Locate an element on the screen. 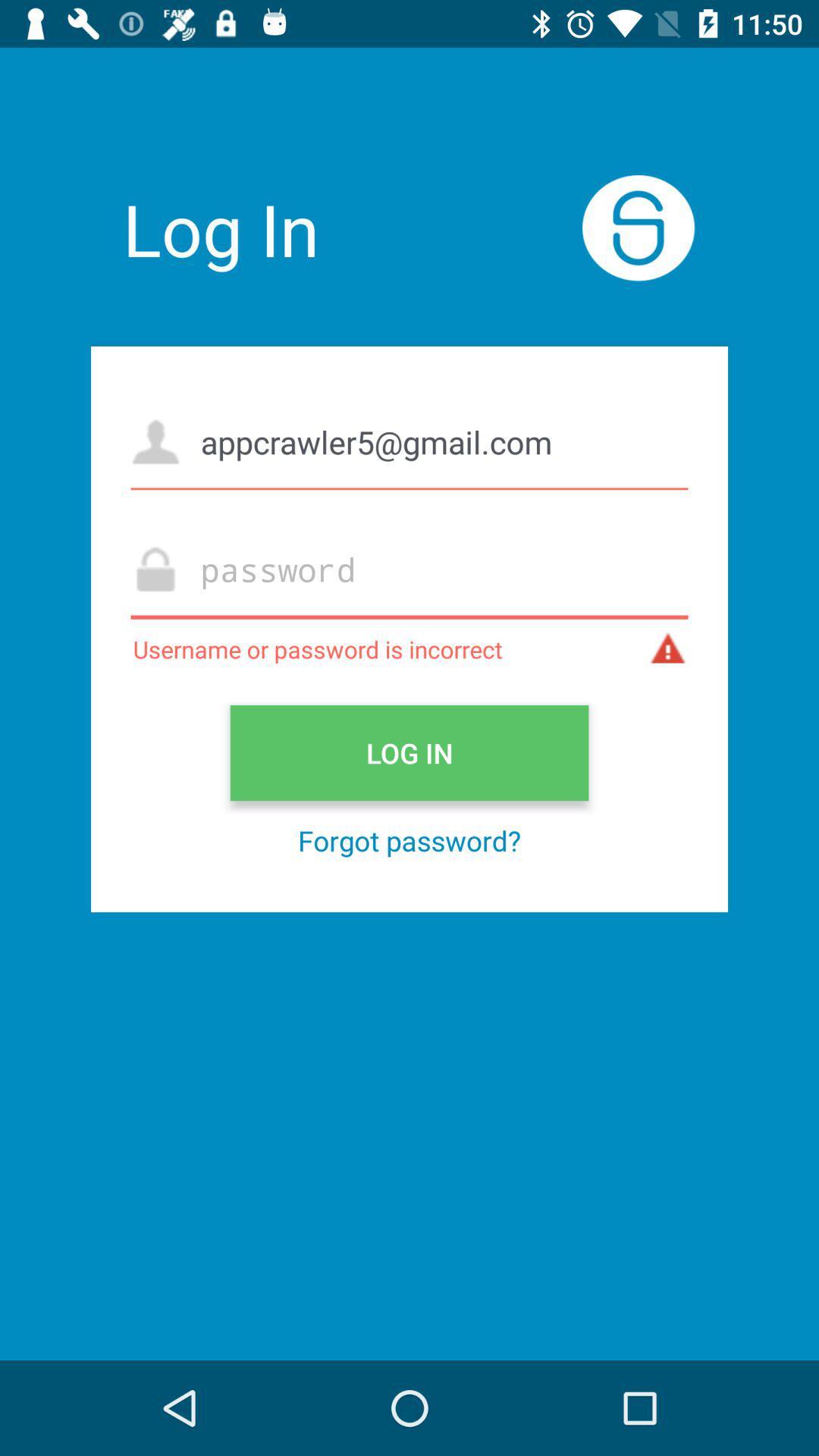  the appcrawler5@gmail.com is located at coordinates (409, 441).